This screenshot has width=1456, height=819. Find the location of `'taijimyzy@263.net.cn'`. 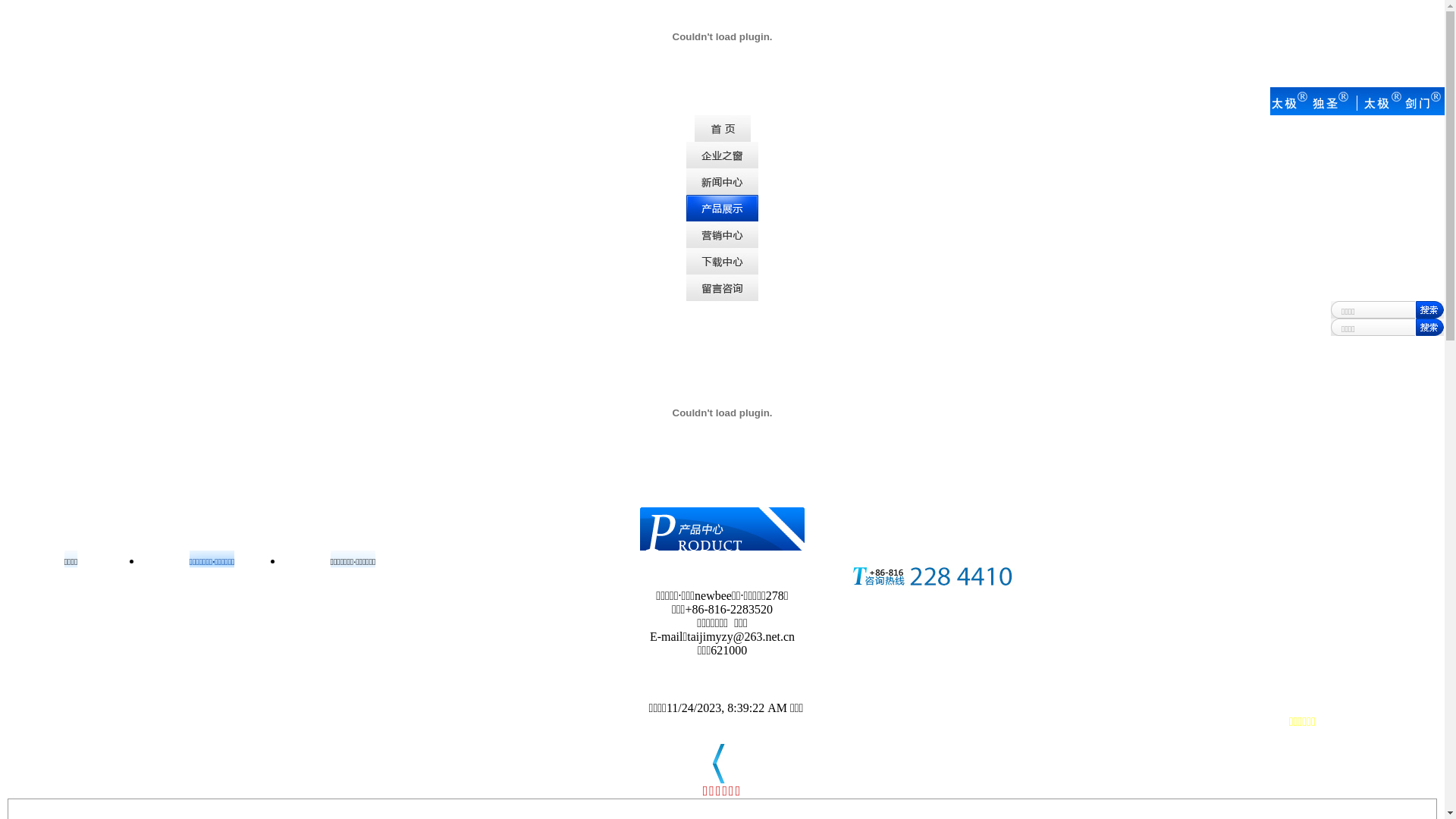

'taijimyzy@263.net.cn' is located at coordinates (741, 636).